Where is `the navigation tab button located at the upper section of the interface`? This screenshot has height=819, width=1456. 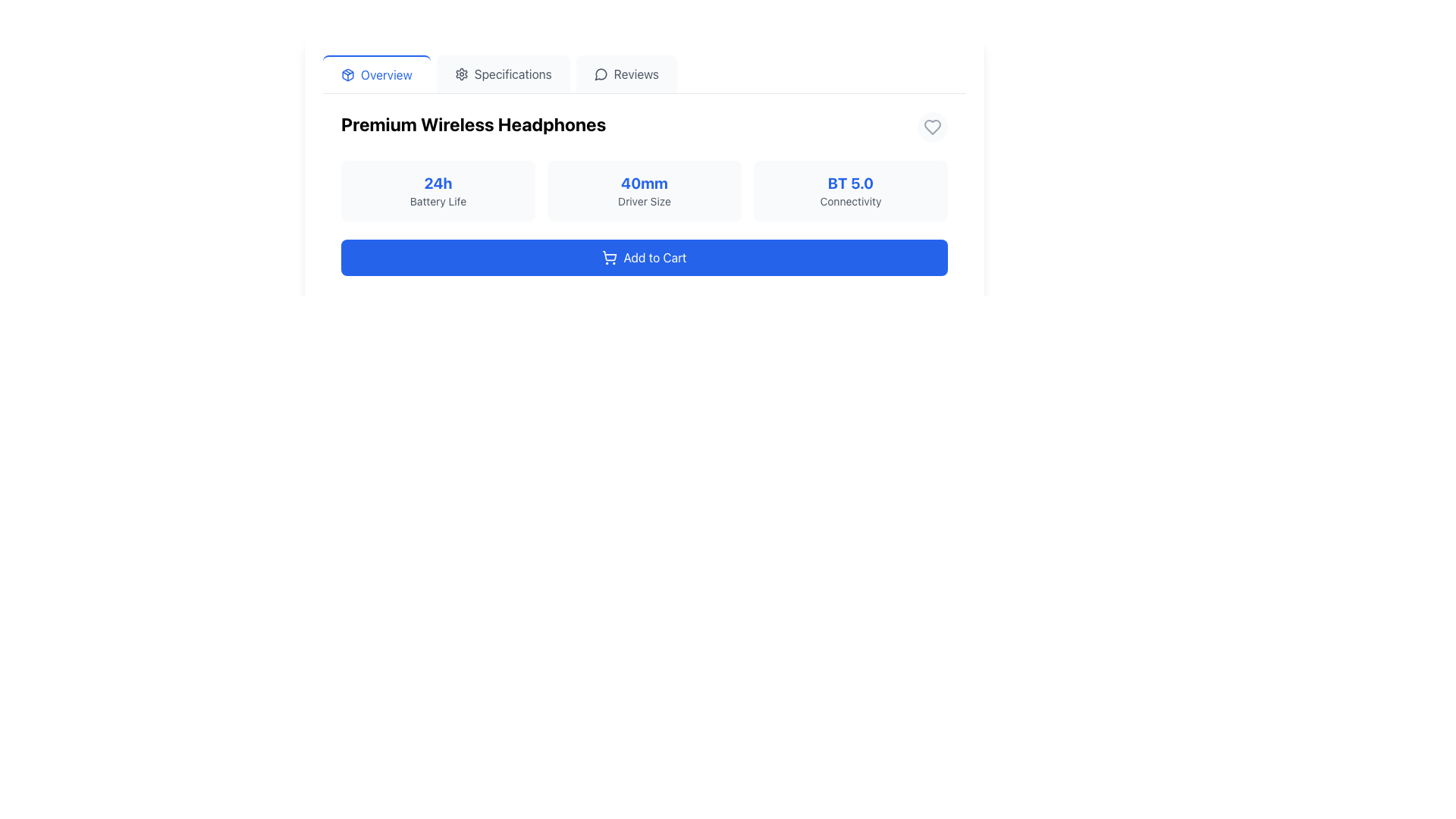
the navigation tab button located at the upper section of the interface is located at coordinates (376, 74).